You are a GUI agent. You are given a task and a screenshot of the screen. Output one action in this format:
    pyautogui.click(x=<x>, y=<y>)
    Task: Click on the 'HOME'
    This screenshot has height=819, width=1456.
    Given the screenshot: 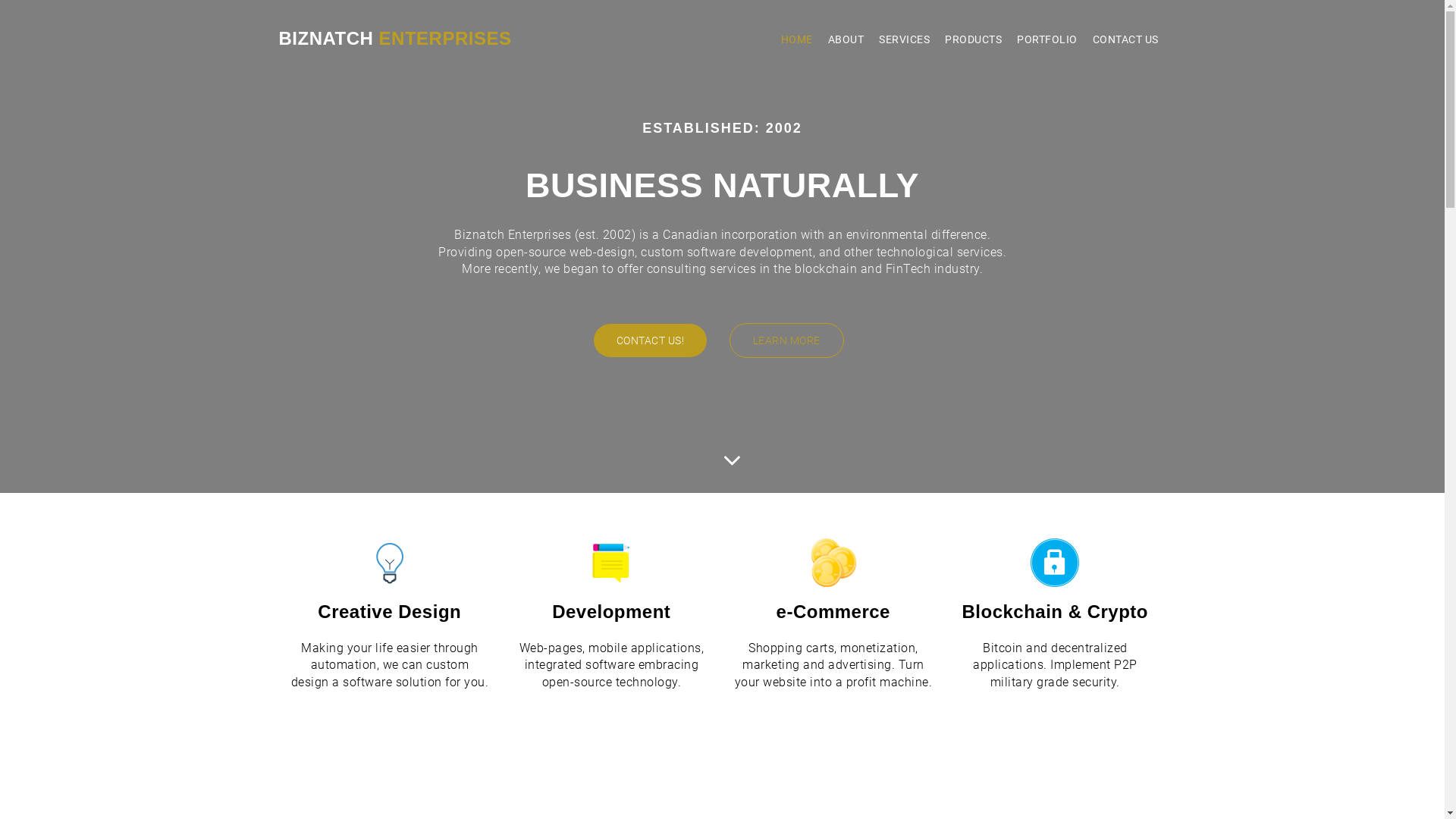 What is the action you would take?
    pyautogui.click(x=773, y=38)
    